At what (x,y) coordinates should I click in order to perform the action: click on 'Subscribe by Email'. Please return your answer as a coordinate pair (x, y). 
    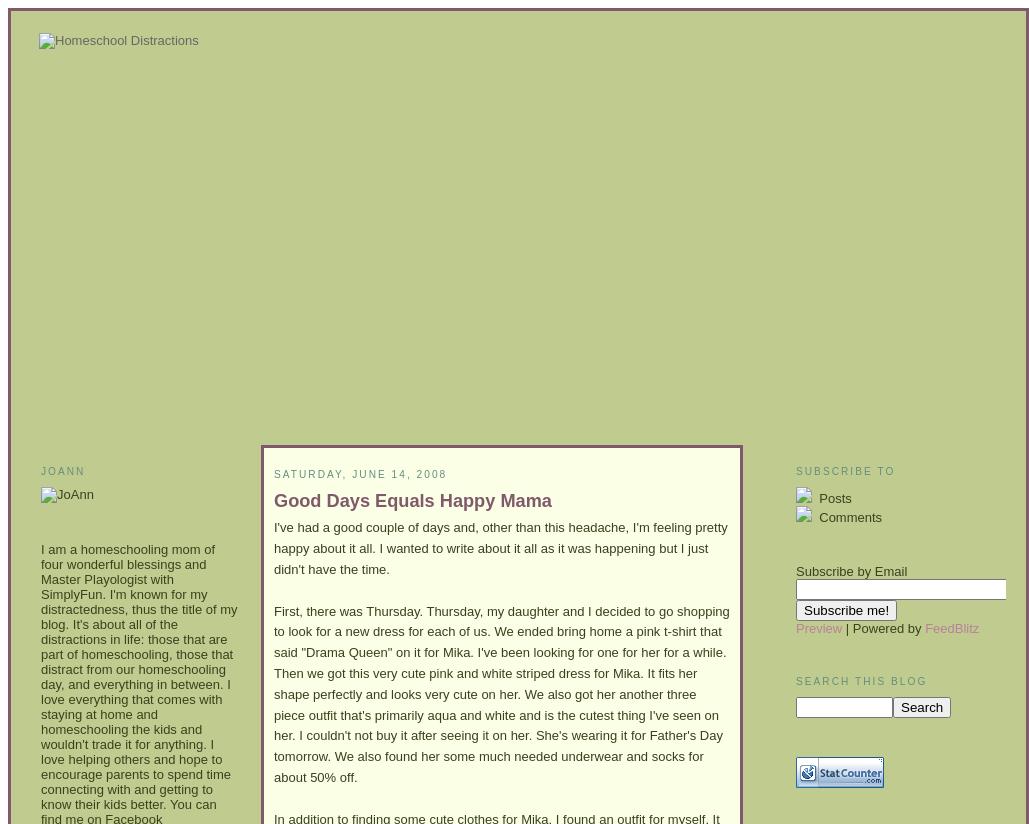
    Looking at the image, I should click on (796, 569).